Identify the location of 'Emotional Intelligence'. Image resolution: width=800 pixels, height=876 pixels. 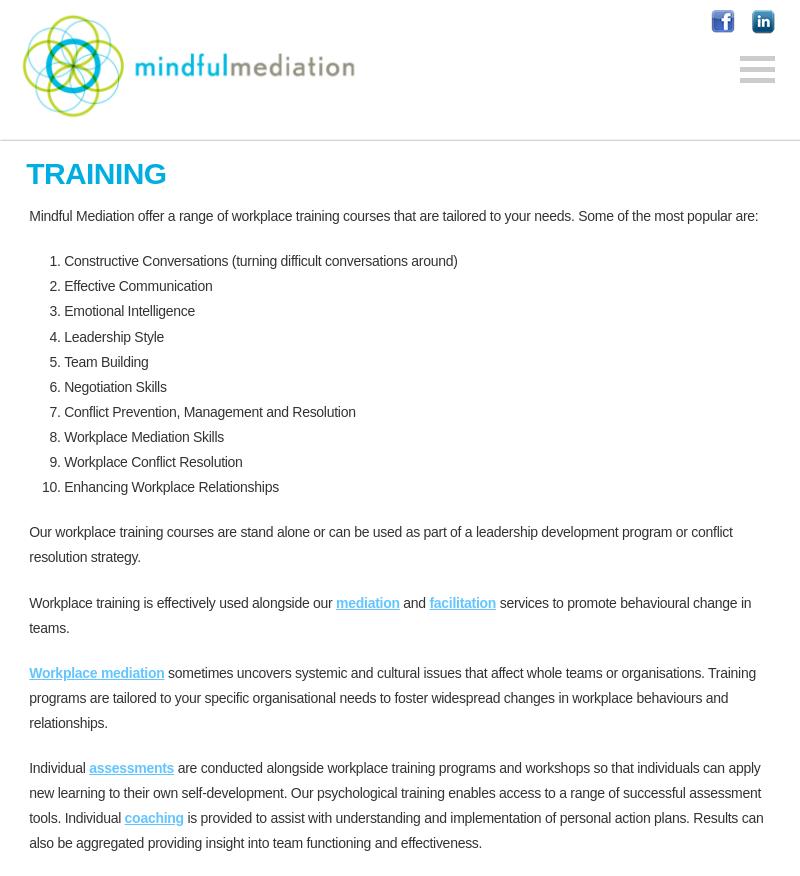
(128, 310).